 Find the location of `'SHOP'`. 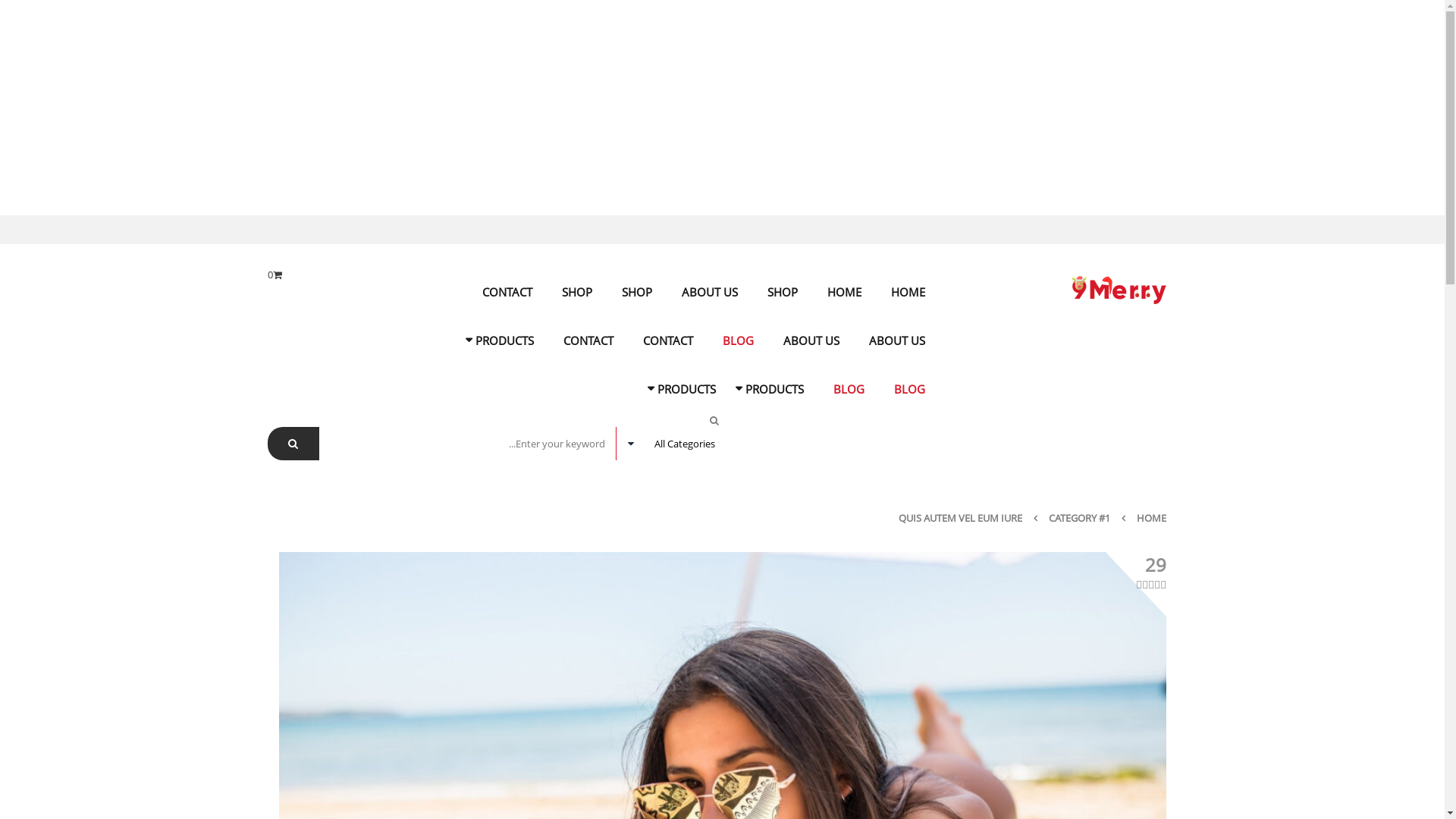

'SHOP' is located at coordinates (637, 292).